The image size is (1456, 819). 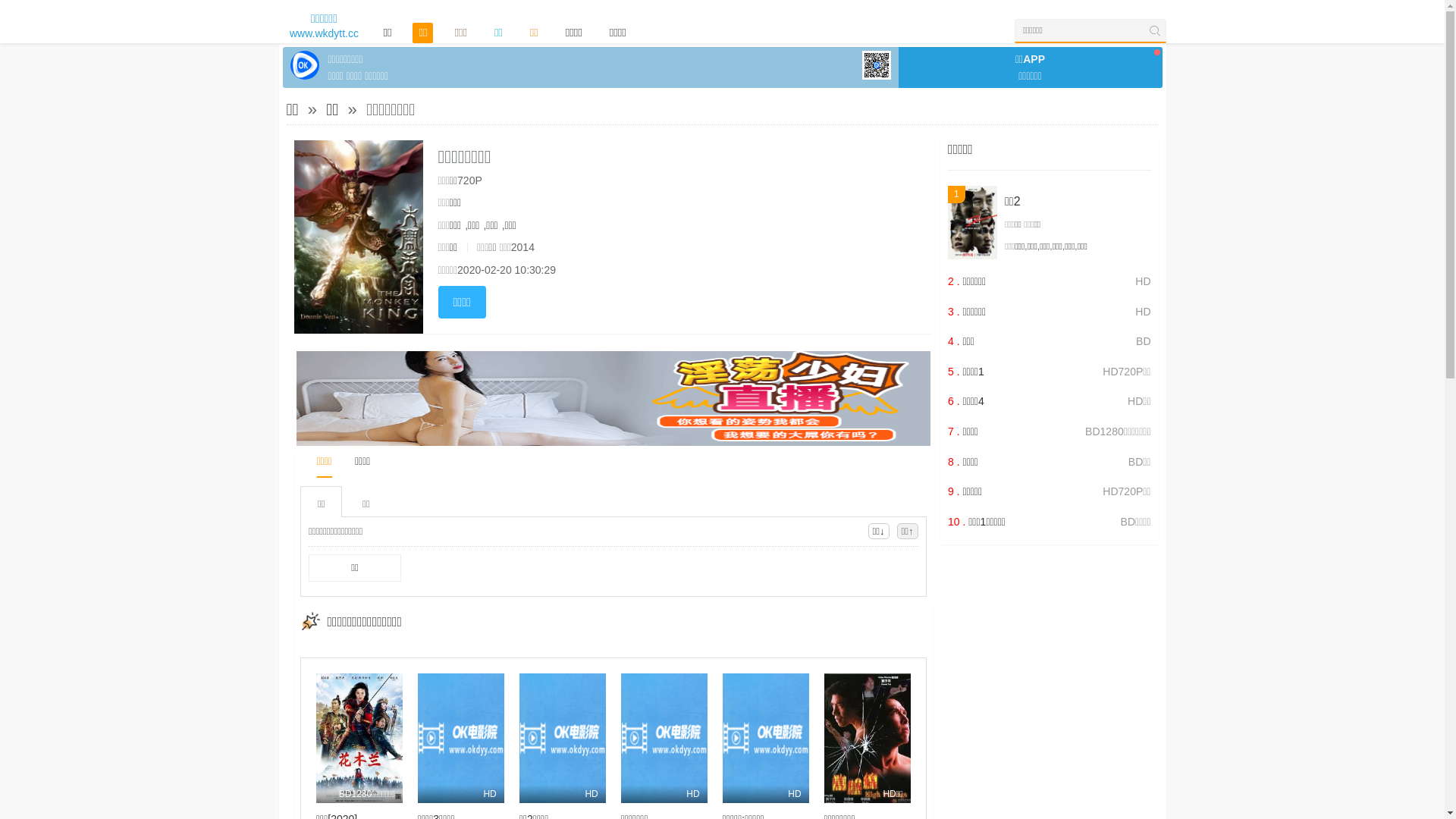 I want to click on '1', so click(x=972, y=222).